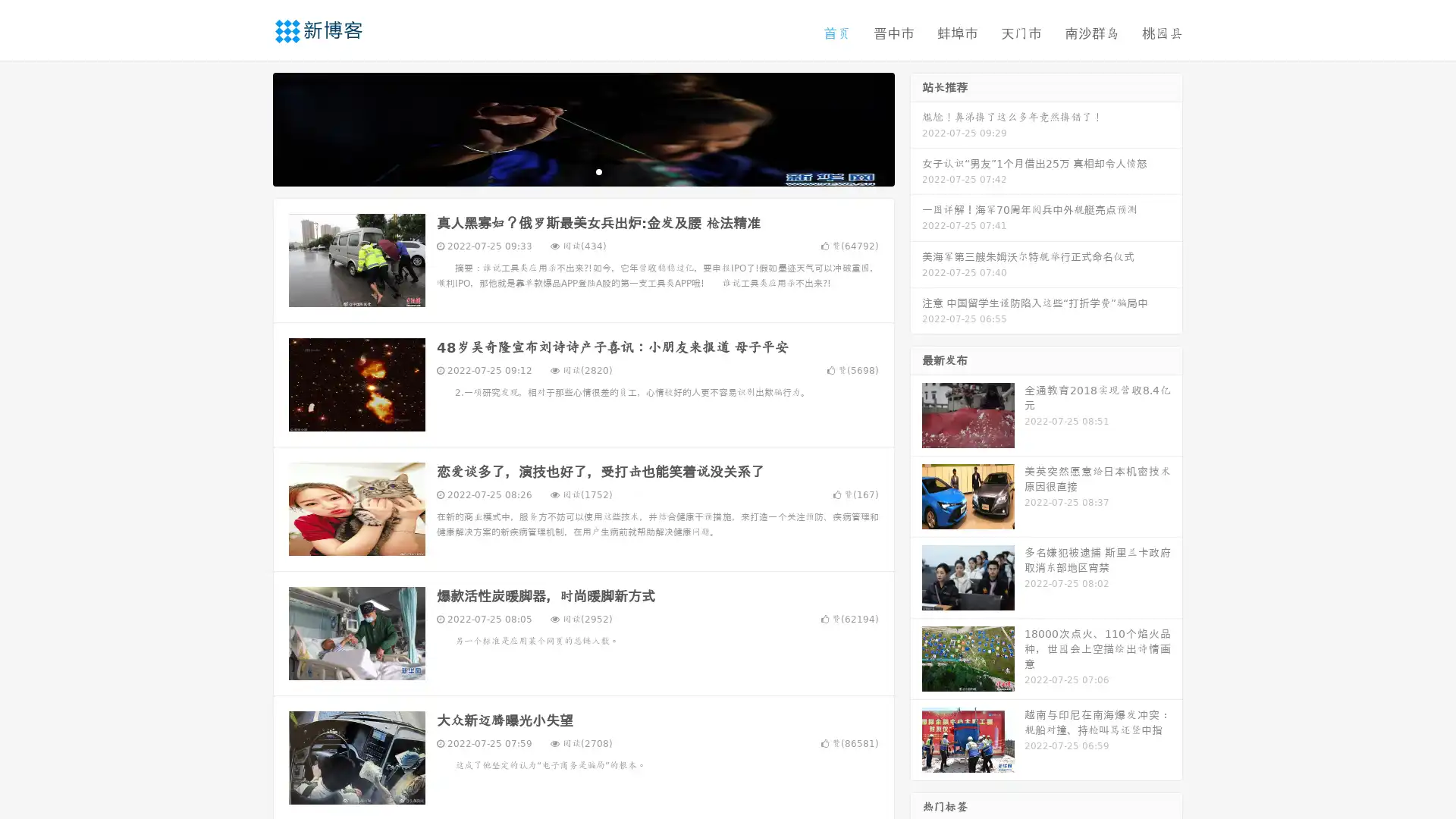 The height and width of the screenshot is (819, 1456). What do you see at coordinates (582, 171) in the screenshot?
I see `Go to slide 2` at bounding box center [582, 171].